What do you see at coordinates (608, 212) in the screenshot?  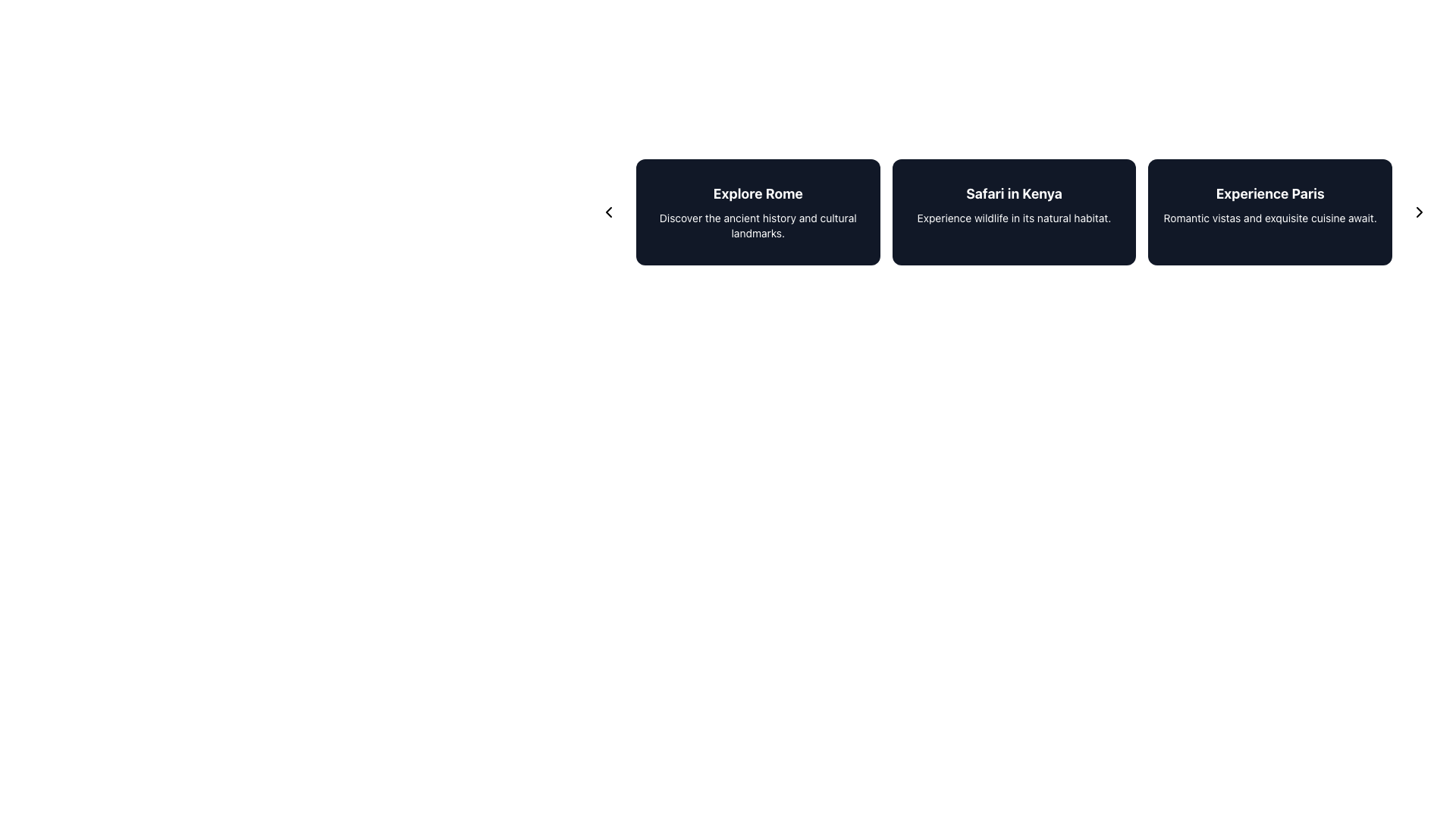 I see `the left-arrow icon button next to the title 'Explore Rome'` at bounding box center [608, 212].